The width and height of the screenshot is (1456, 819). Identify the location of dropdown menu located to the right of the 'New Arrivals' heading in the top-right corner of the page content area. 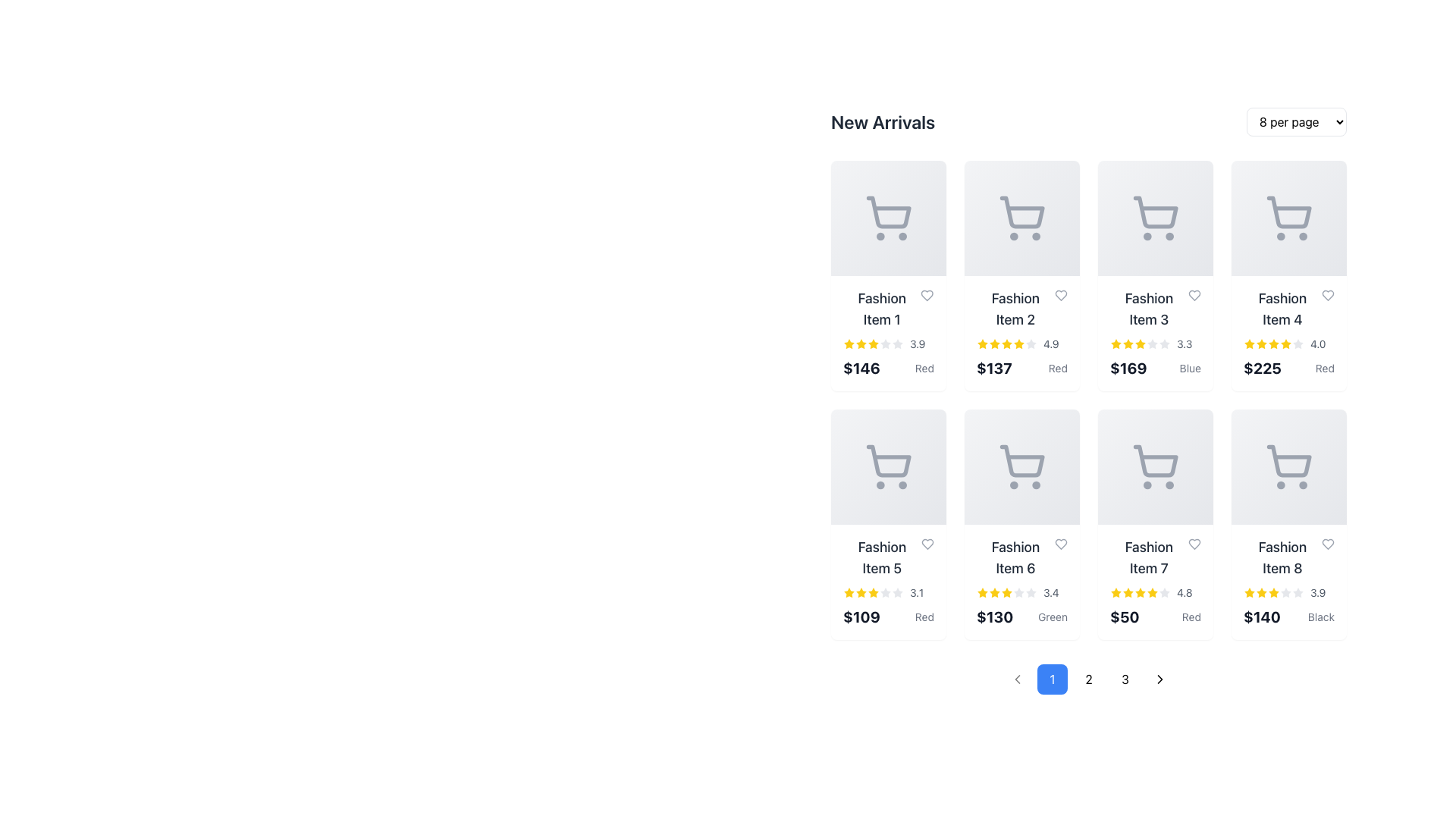
(1295, 121).